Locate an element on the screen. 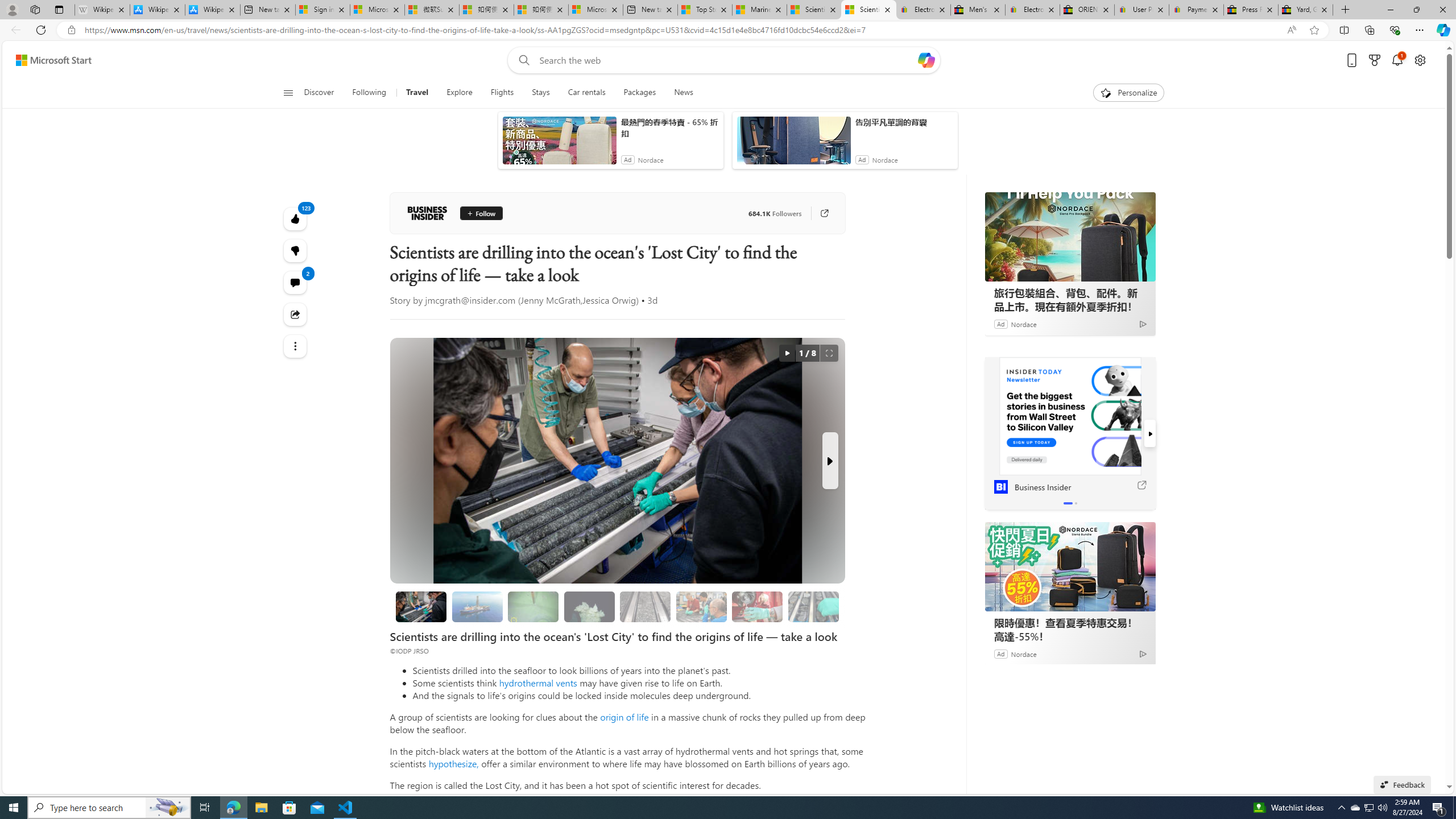  'Next Slide' is located at coordinates (830, 460).